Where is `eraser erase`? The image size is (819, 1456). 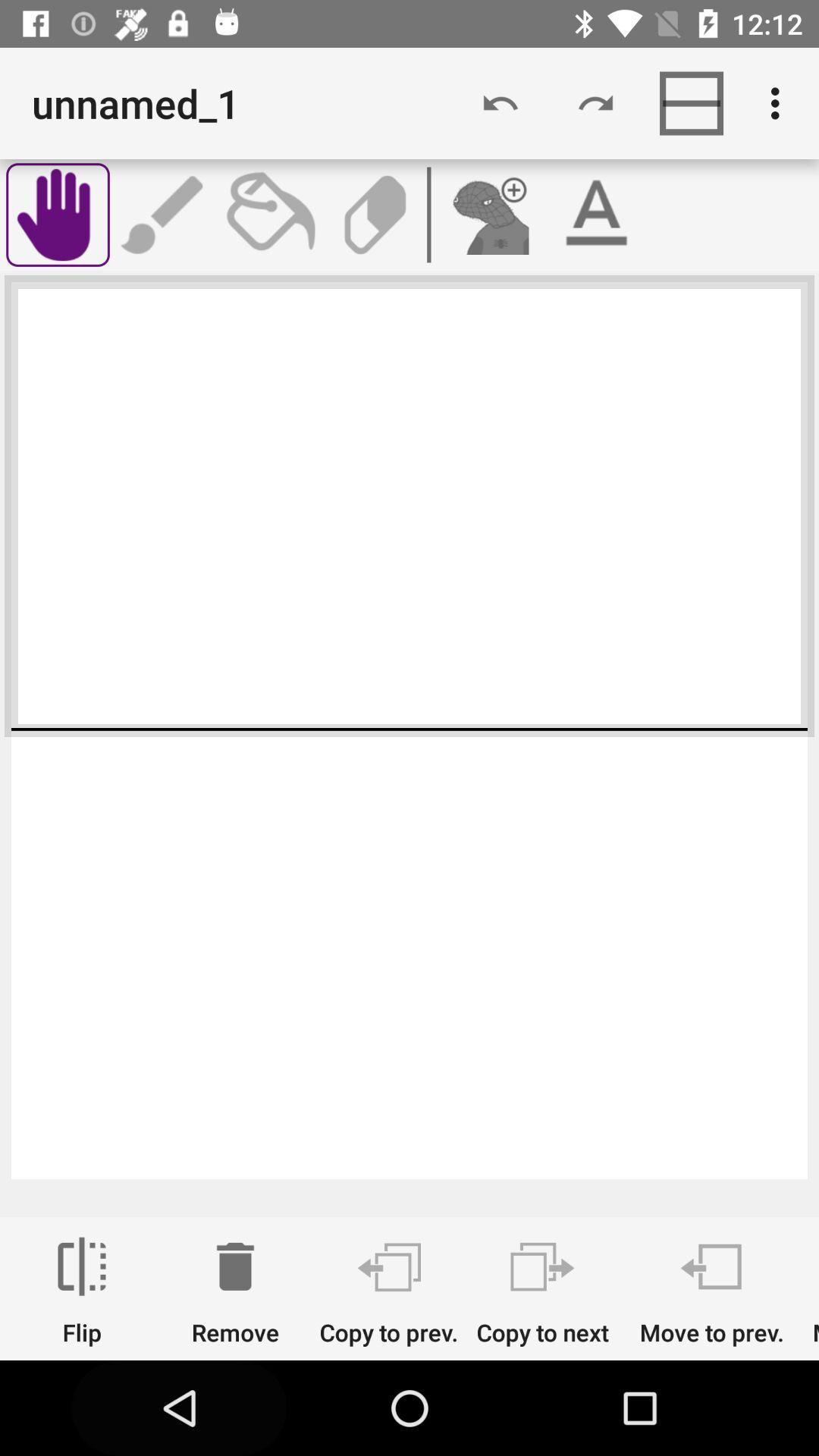 eraser erase is located at coordinates (375, 214).